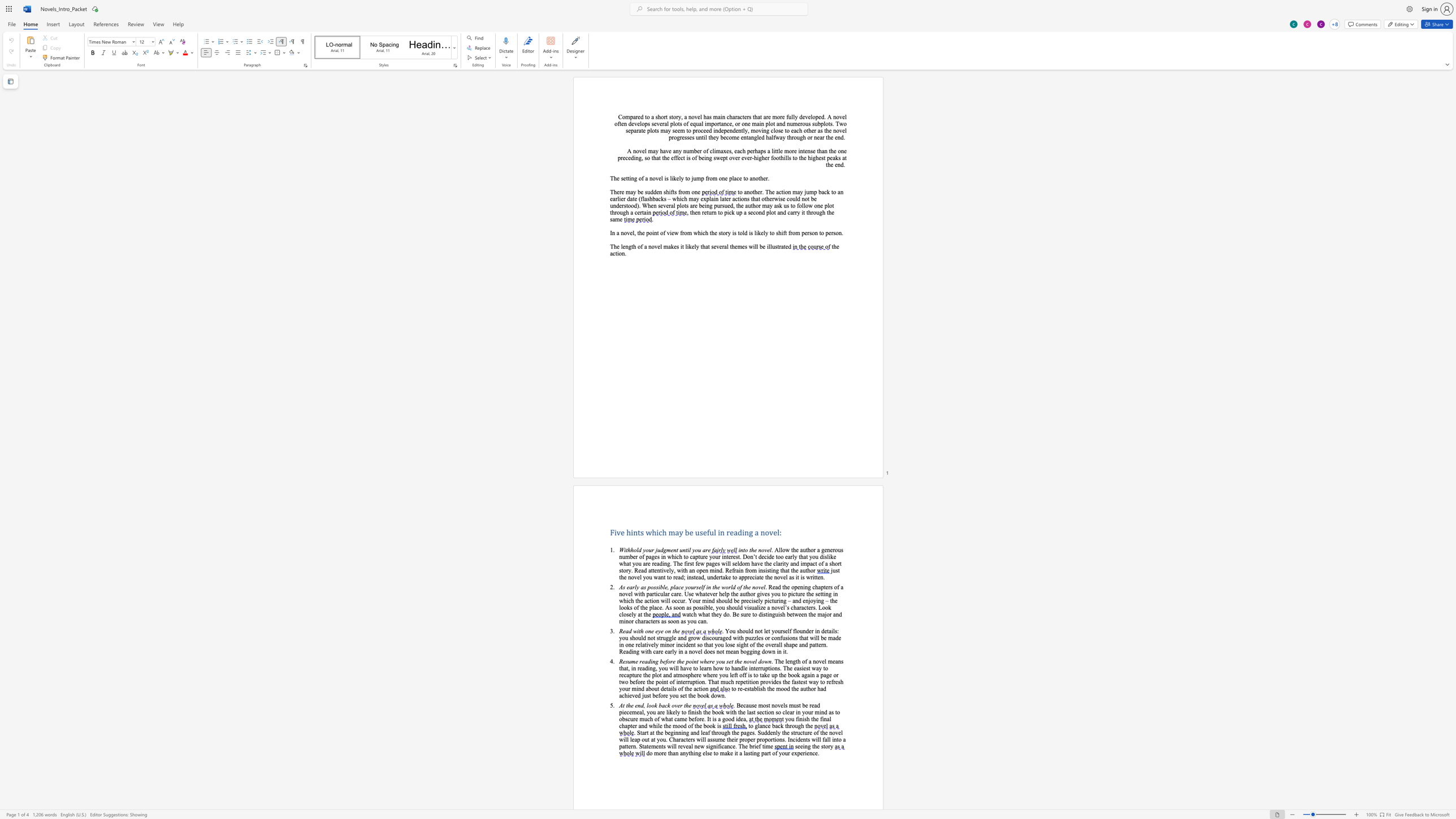 This screenshot has width=1456, height=819. What do you see at coordinates (706, 532) in the screenshot?
I see `the space between the continuous character "e" and "f" in the text` at bounding box center [706, 532].